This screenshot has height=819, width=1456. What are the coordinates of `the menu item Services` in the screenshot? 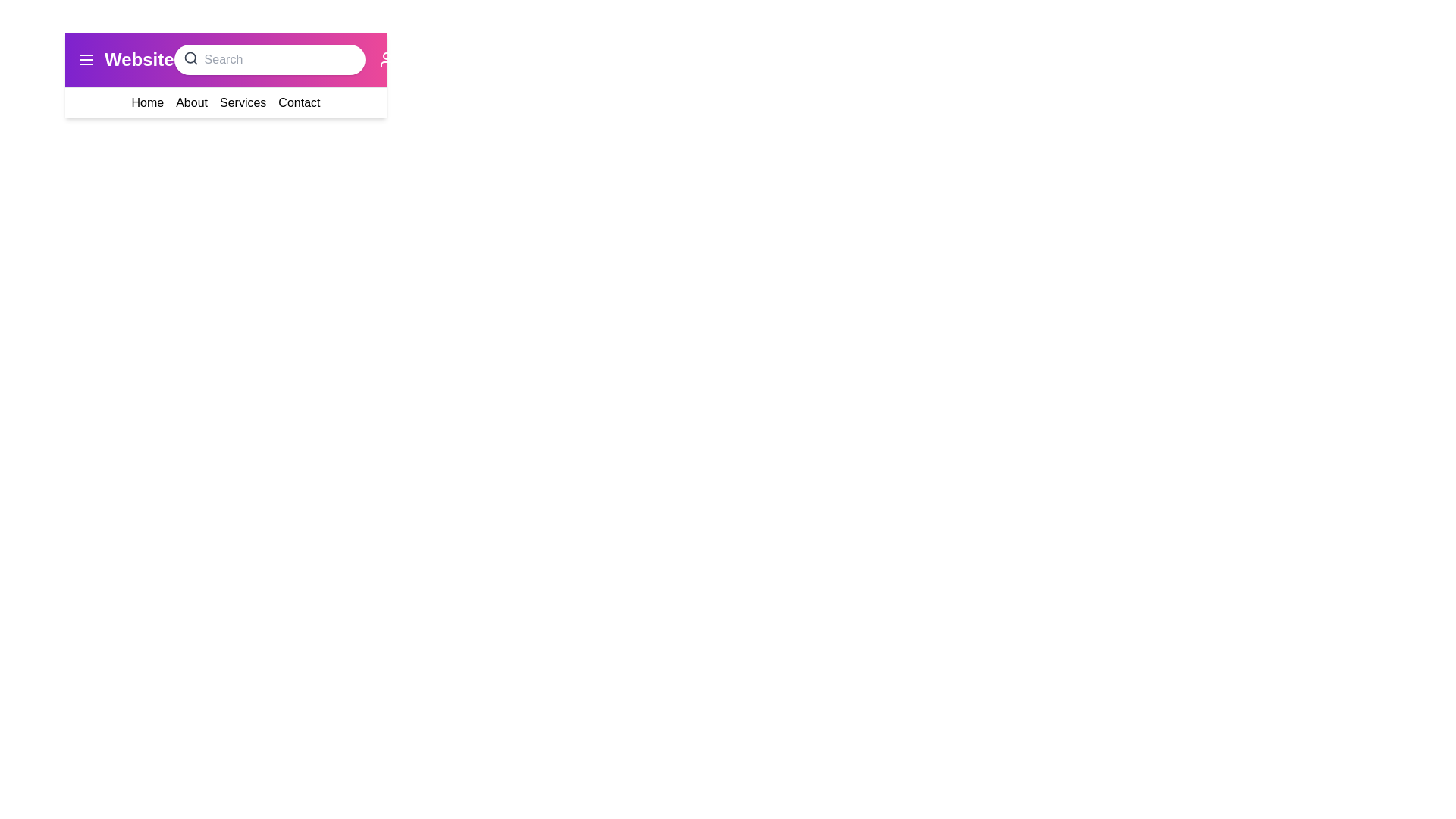 It's located at (243, 102).